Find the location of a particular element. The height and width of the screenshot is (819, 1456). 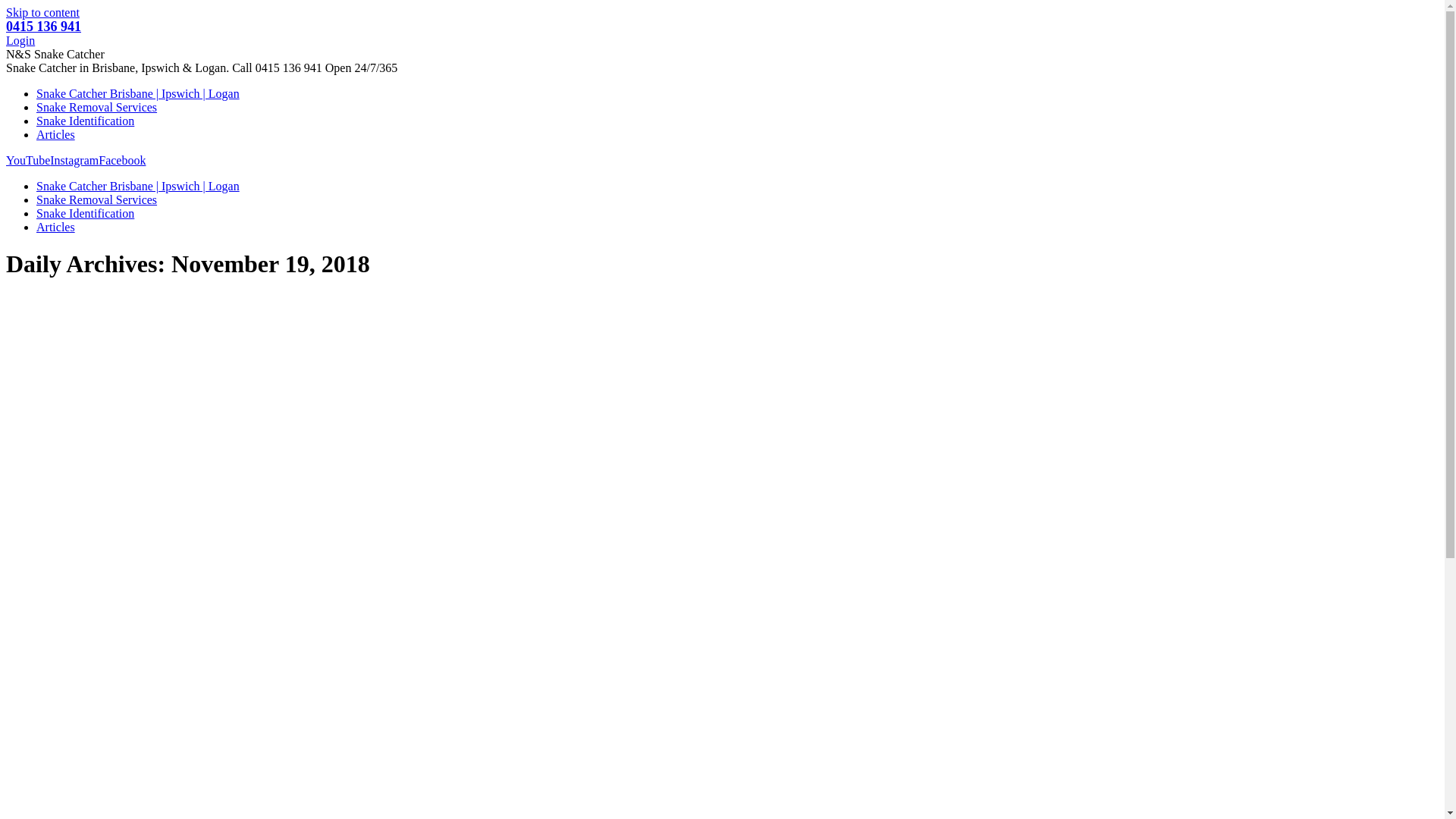

'YouTube' is located at coordinates (28, 160).